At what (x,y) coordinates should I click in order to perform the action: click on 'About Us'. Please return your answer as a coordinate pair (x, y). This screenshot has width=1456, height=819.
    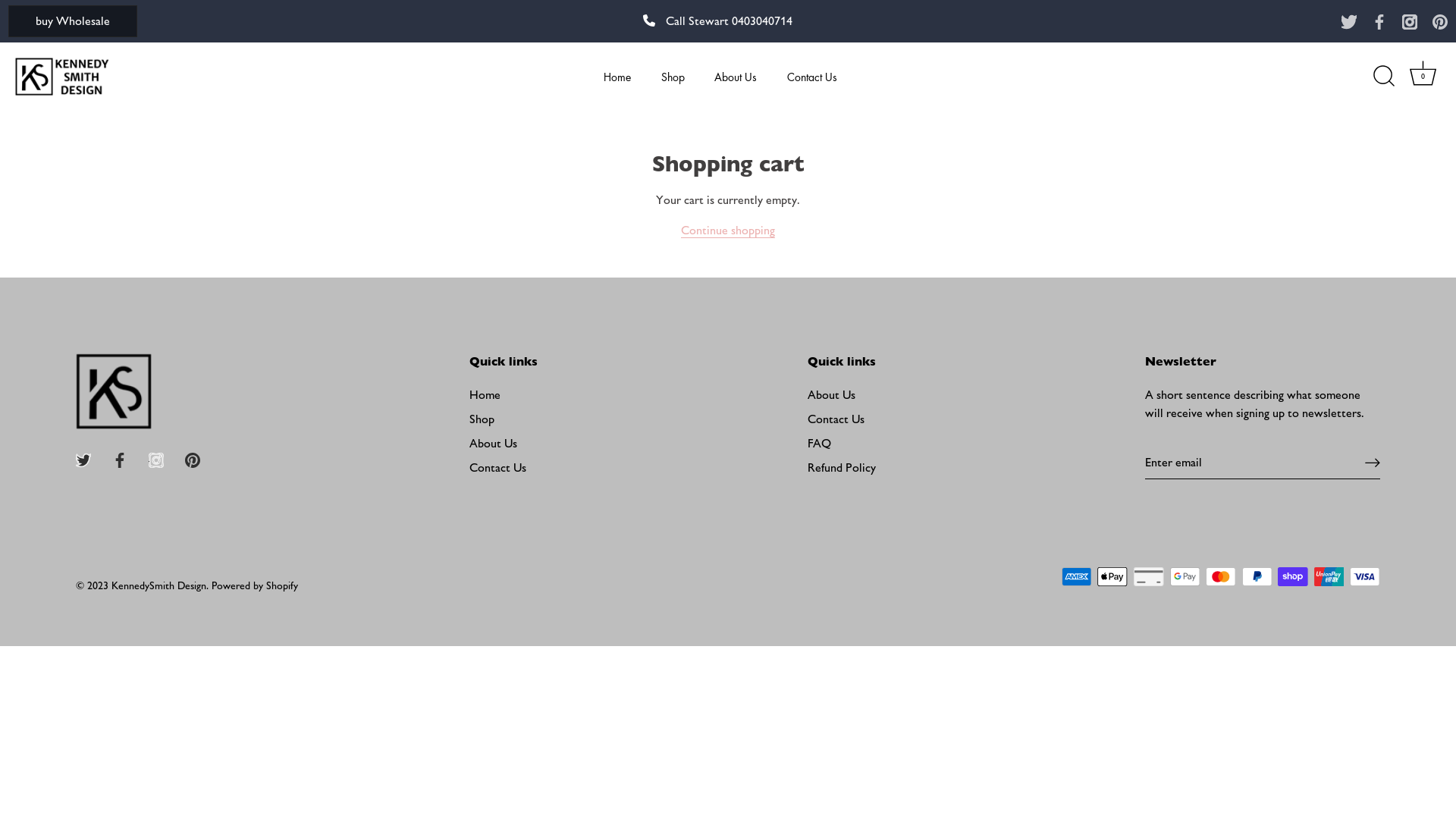
    Looking at the image, I should click on (736, 76).